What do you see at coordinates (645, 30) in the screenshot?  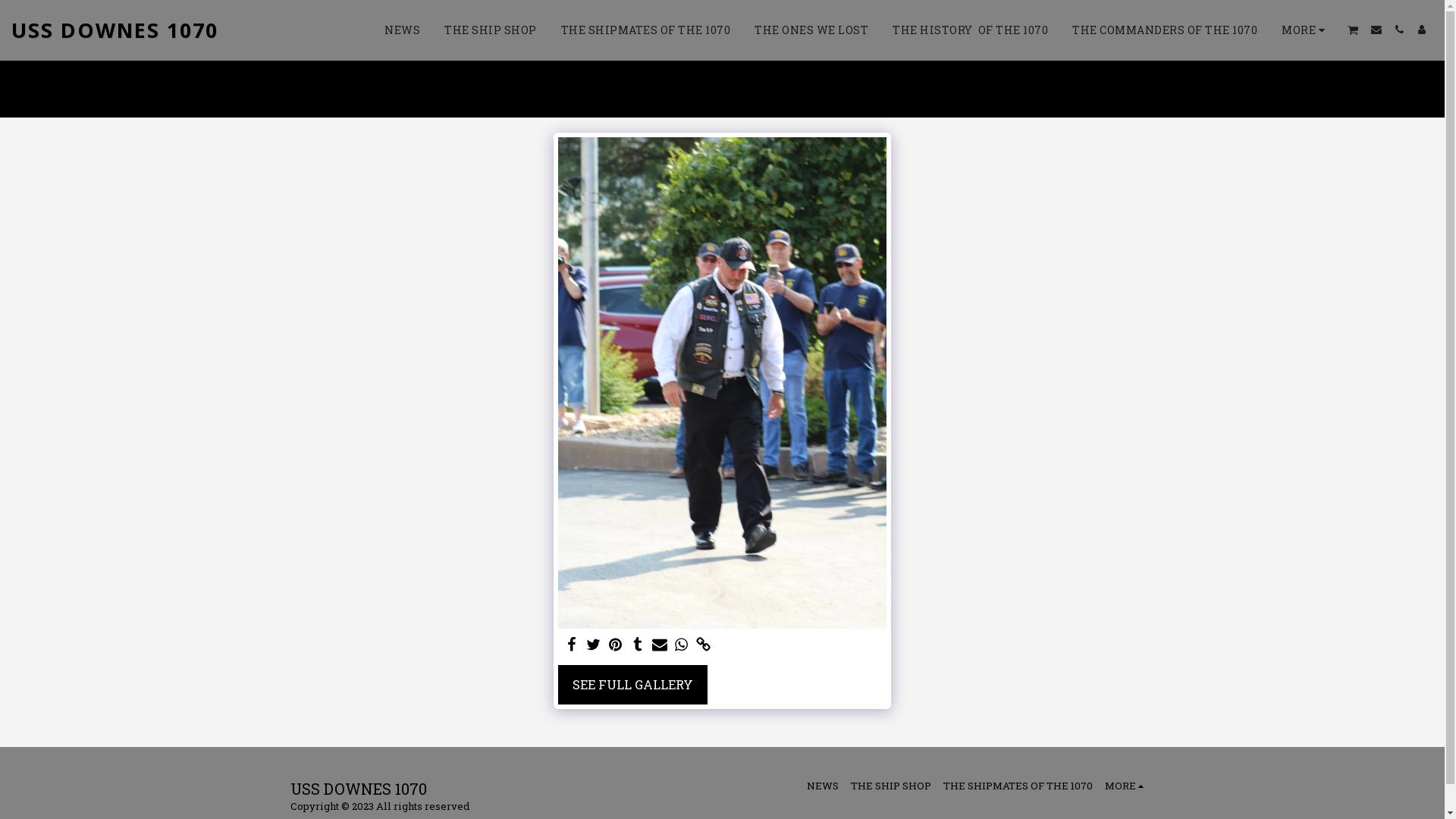 I see `'THE SHIPMATES OF THE 1070'` at bounding box center [645, 30].